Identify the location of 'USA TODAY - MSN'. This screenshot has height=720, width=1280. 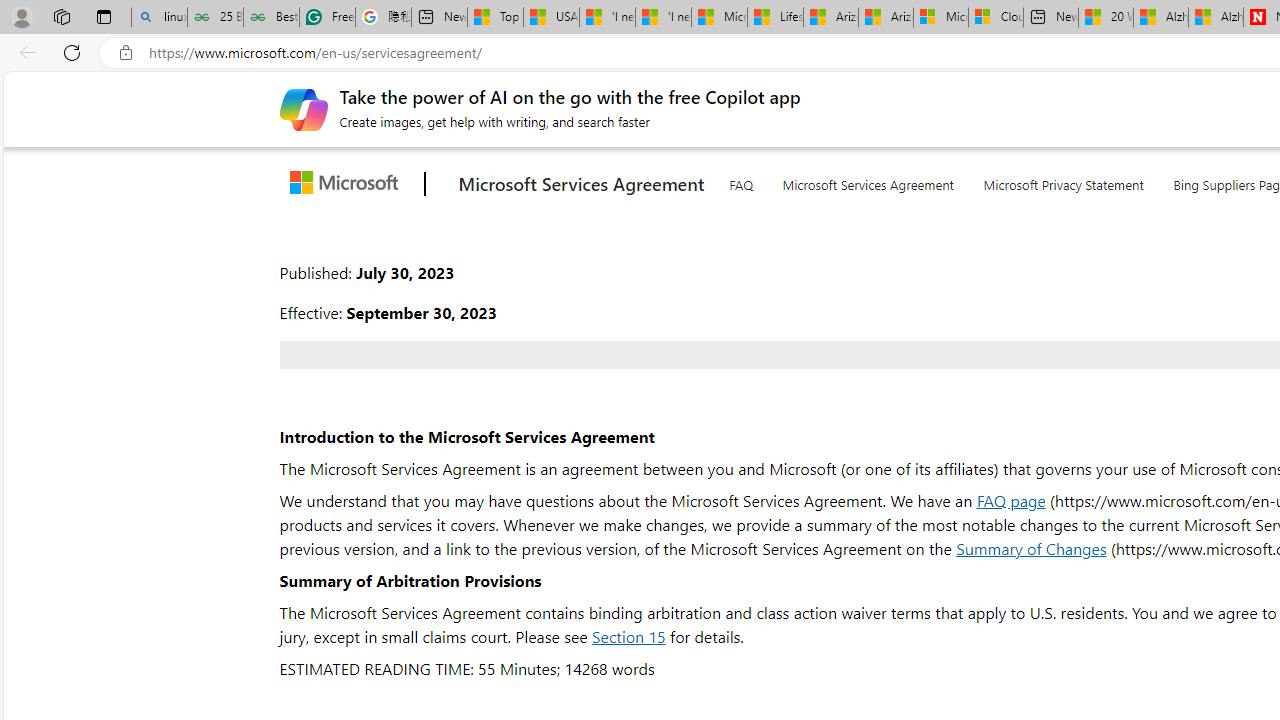
(551, 17).